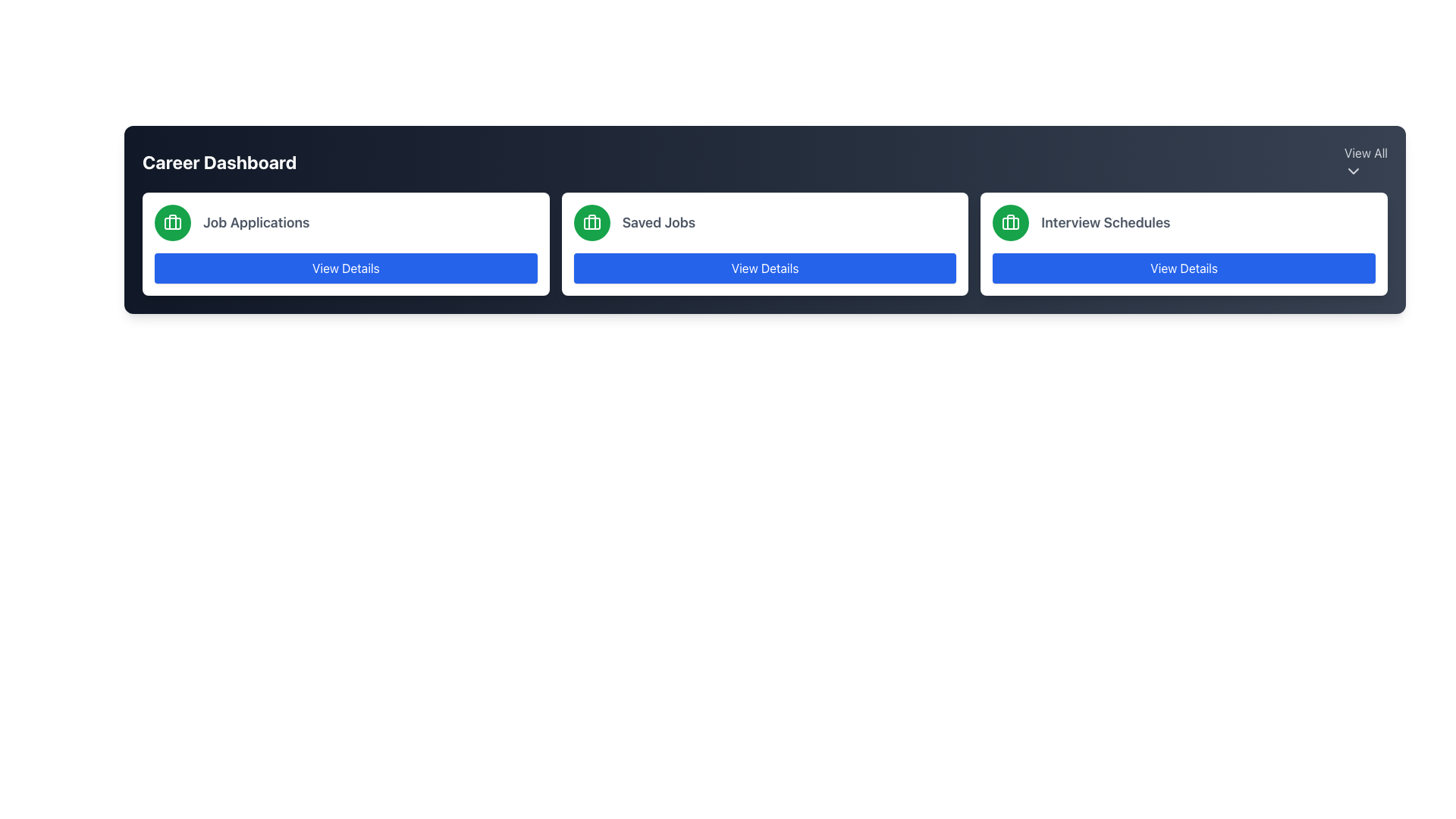 The width and height of the screenshot is (1456, 819). What do you see at coordinates (256, 222) in the screenshot?
I see `the Text Label that serves as a header for job application information in the leftmost card of the 'Career Dashboard' section for accessibility navigation` at bounding box center [256, 222].